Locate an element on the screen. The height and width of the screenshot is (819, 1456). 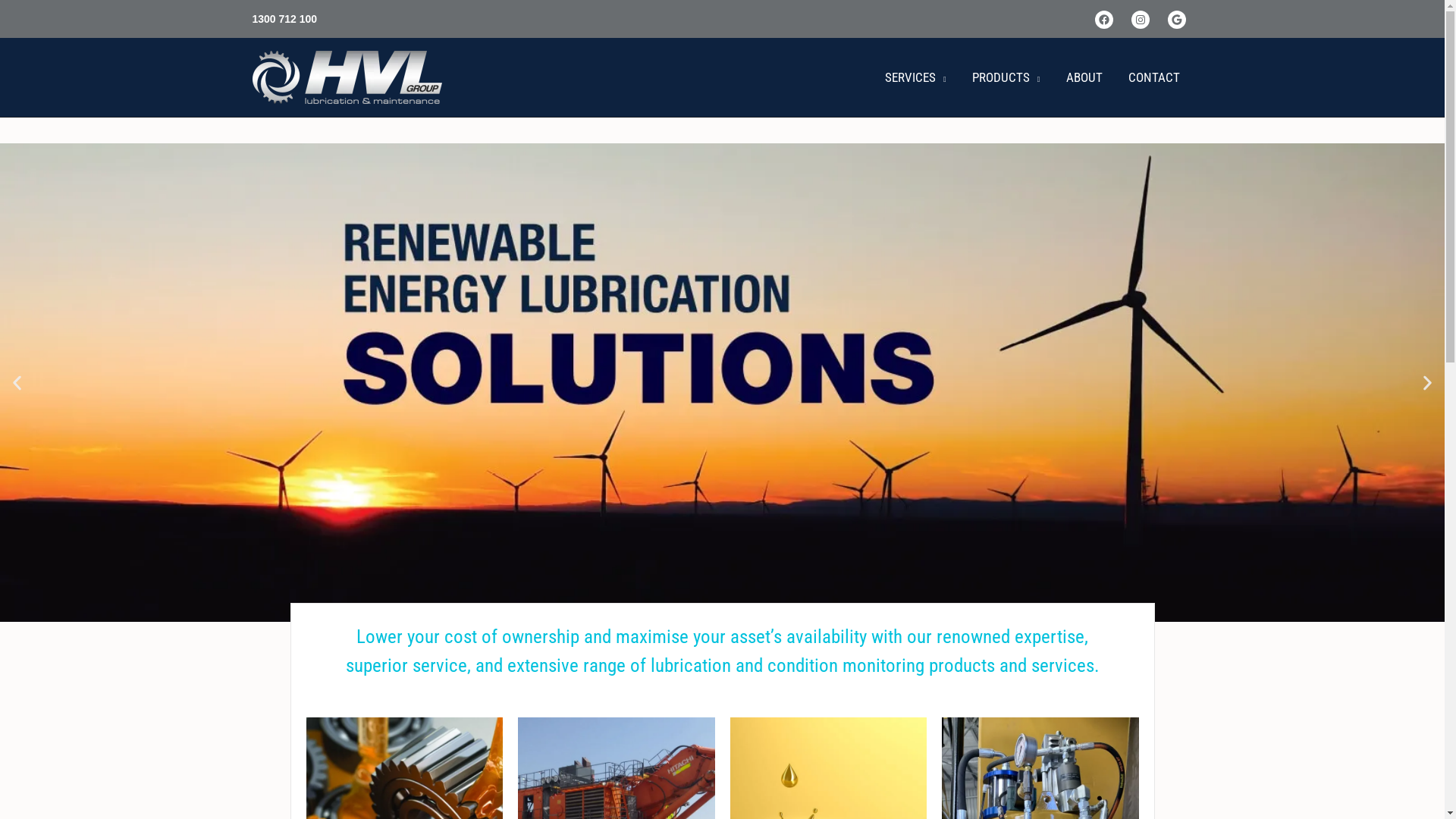
'1300 712 100' is located at coordinates (251, 18).